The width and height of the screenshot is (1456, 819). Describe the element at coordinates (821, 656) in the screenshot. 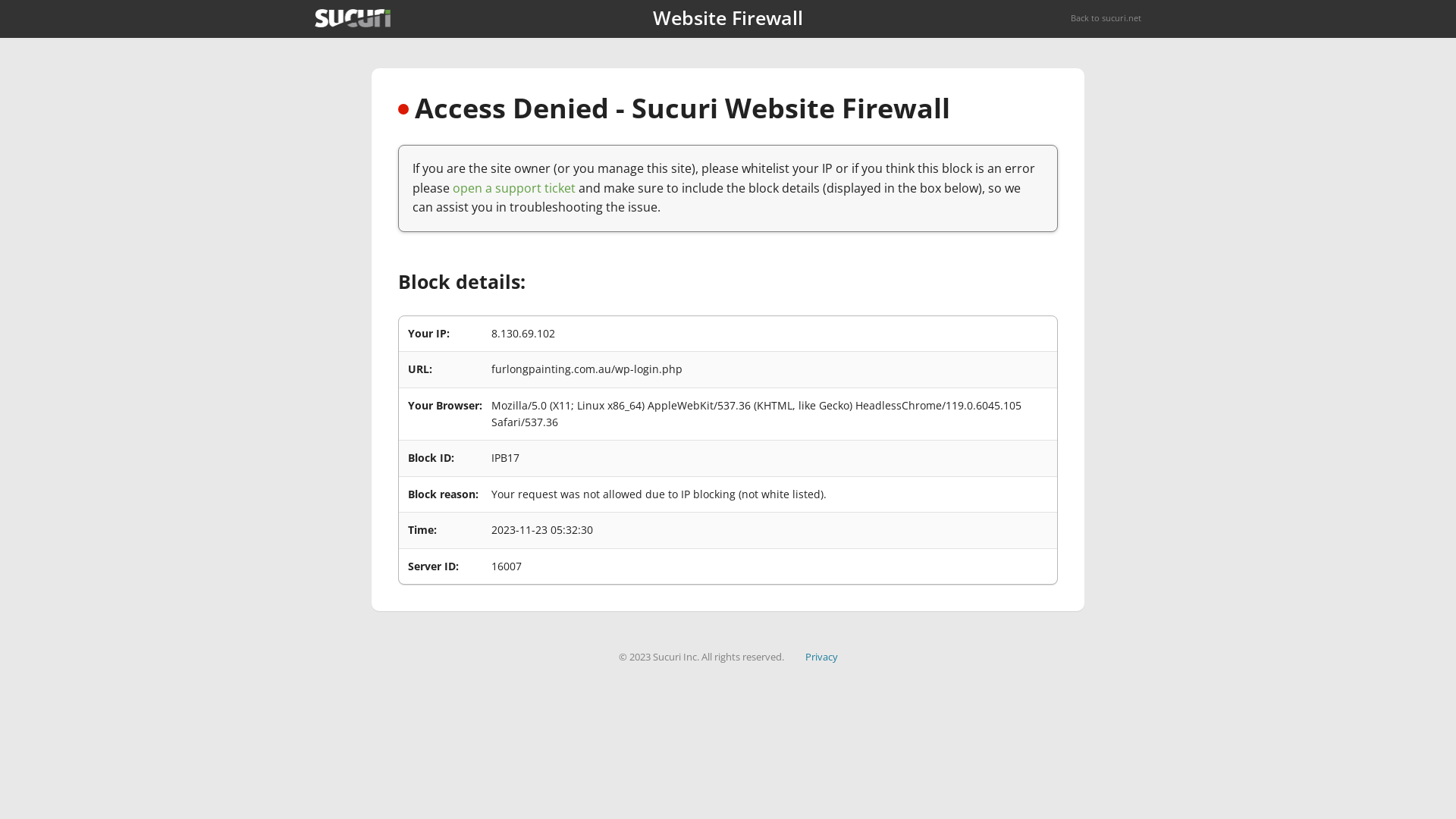

I see `'Privacy'` at that location.